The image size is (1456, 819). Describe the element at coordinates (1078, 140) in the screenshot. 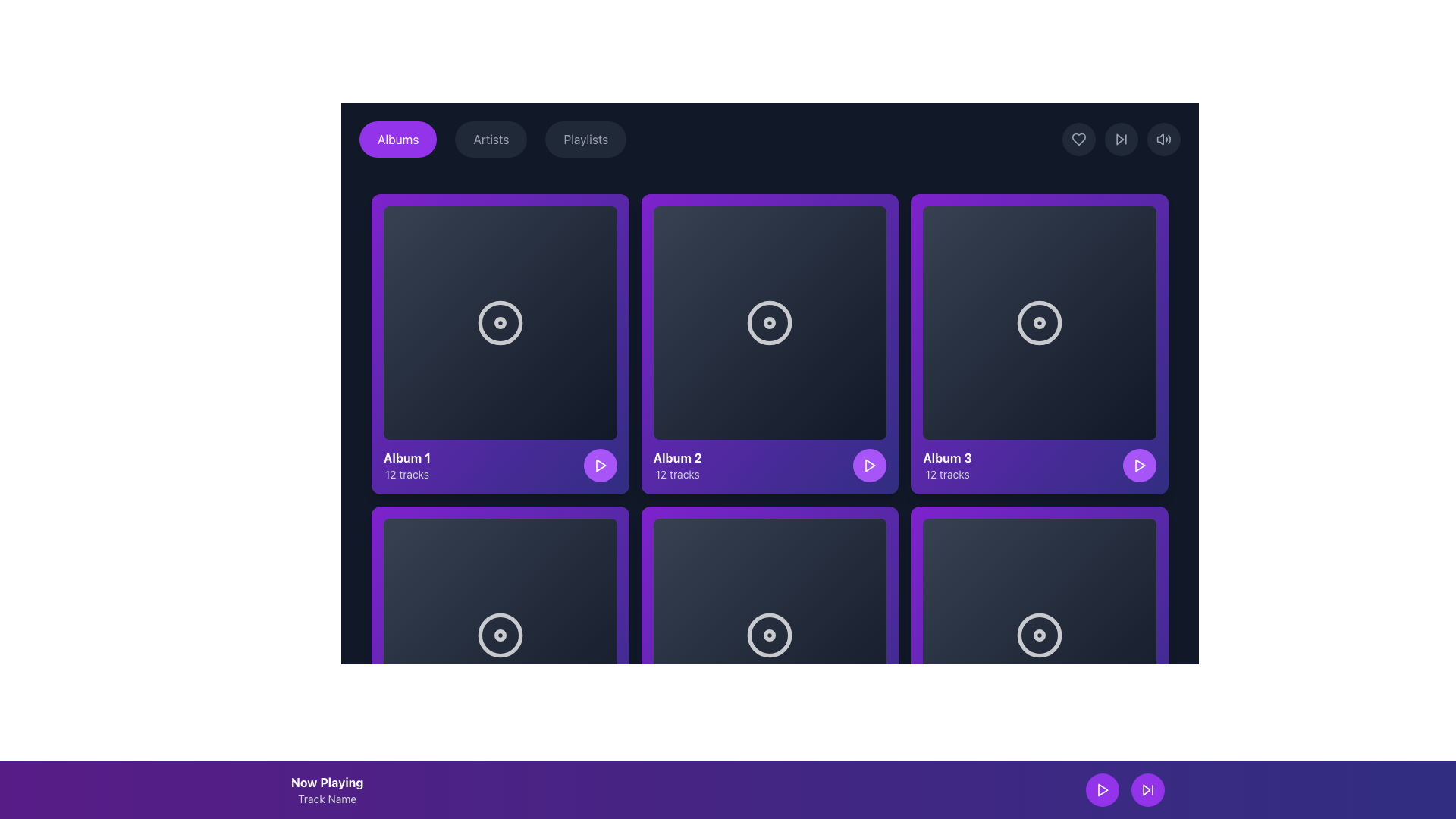

I see `the circular button with a dark gray background and a white outlined heart icon in the center to mark it as favorite` at that location.